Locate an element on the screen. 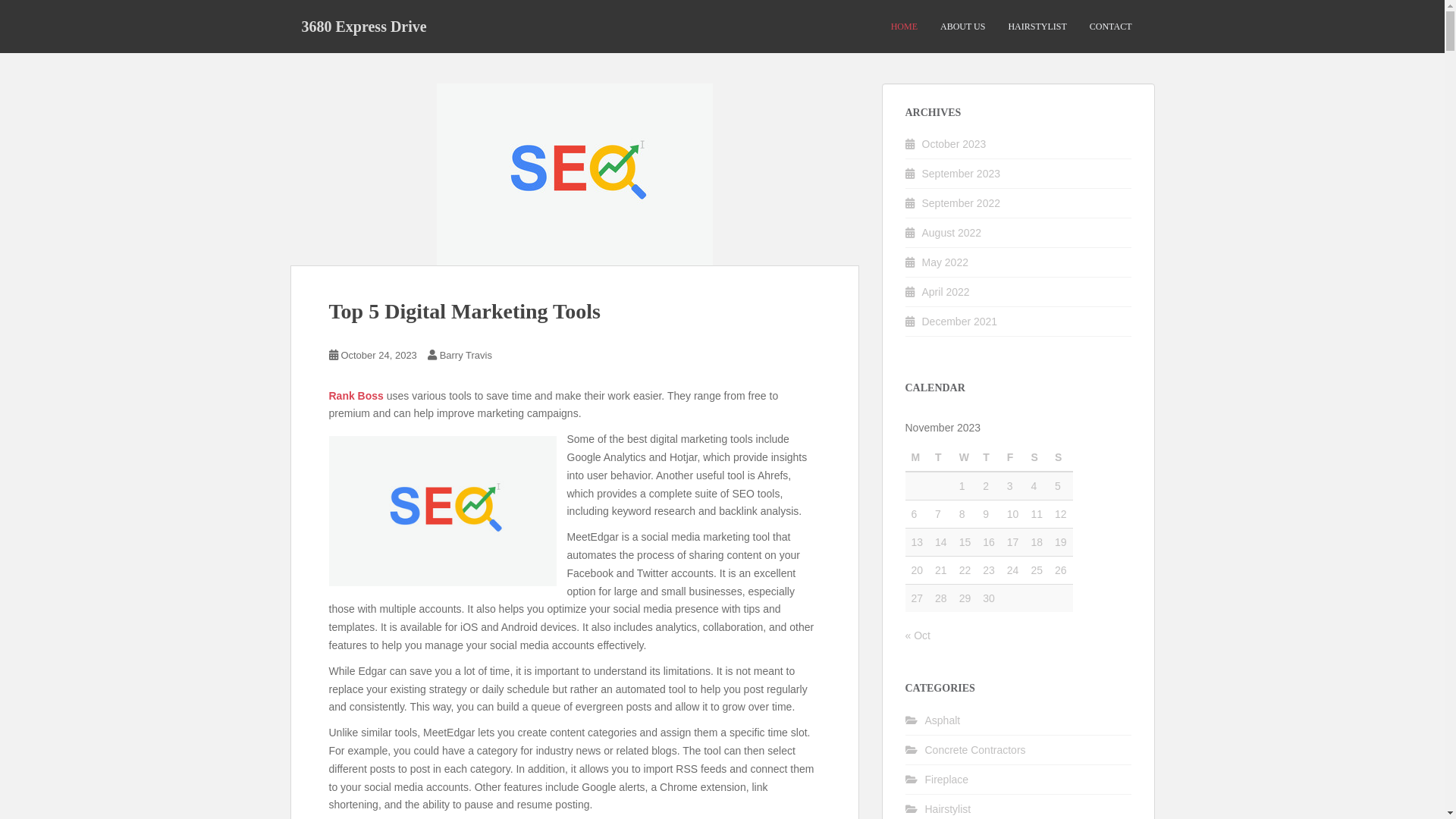 This screenshot has height=819, width=1456. 'HOME' is located at coordinates (904, 26).